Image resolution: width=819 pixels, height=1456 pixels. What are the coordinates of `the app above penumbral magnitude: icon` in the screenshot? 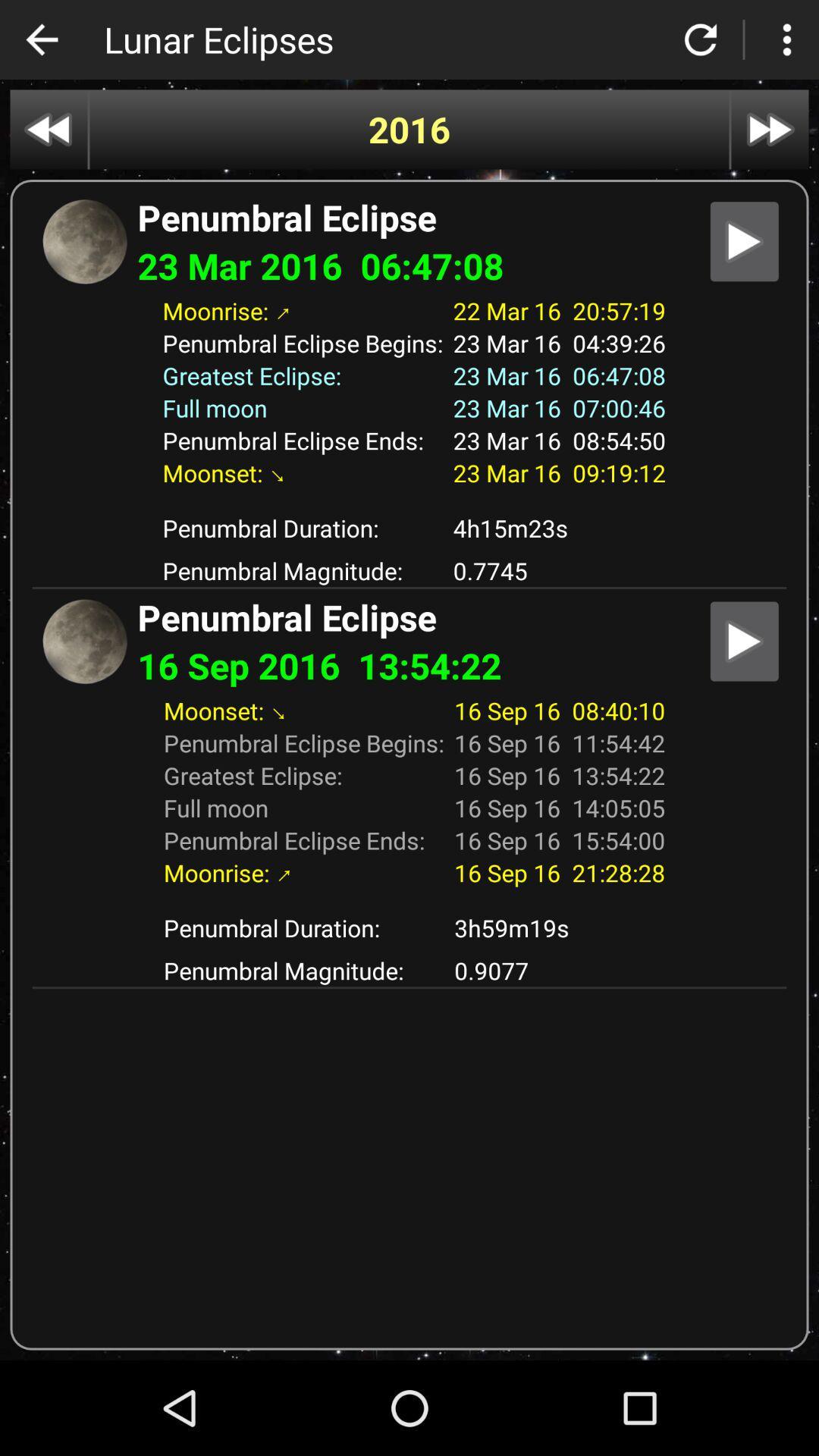 It's located at (559, 528).